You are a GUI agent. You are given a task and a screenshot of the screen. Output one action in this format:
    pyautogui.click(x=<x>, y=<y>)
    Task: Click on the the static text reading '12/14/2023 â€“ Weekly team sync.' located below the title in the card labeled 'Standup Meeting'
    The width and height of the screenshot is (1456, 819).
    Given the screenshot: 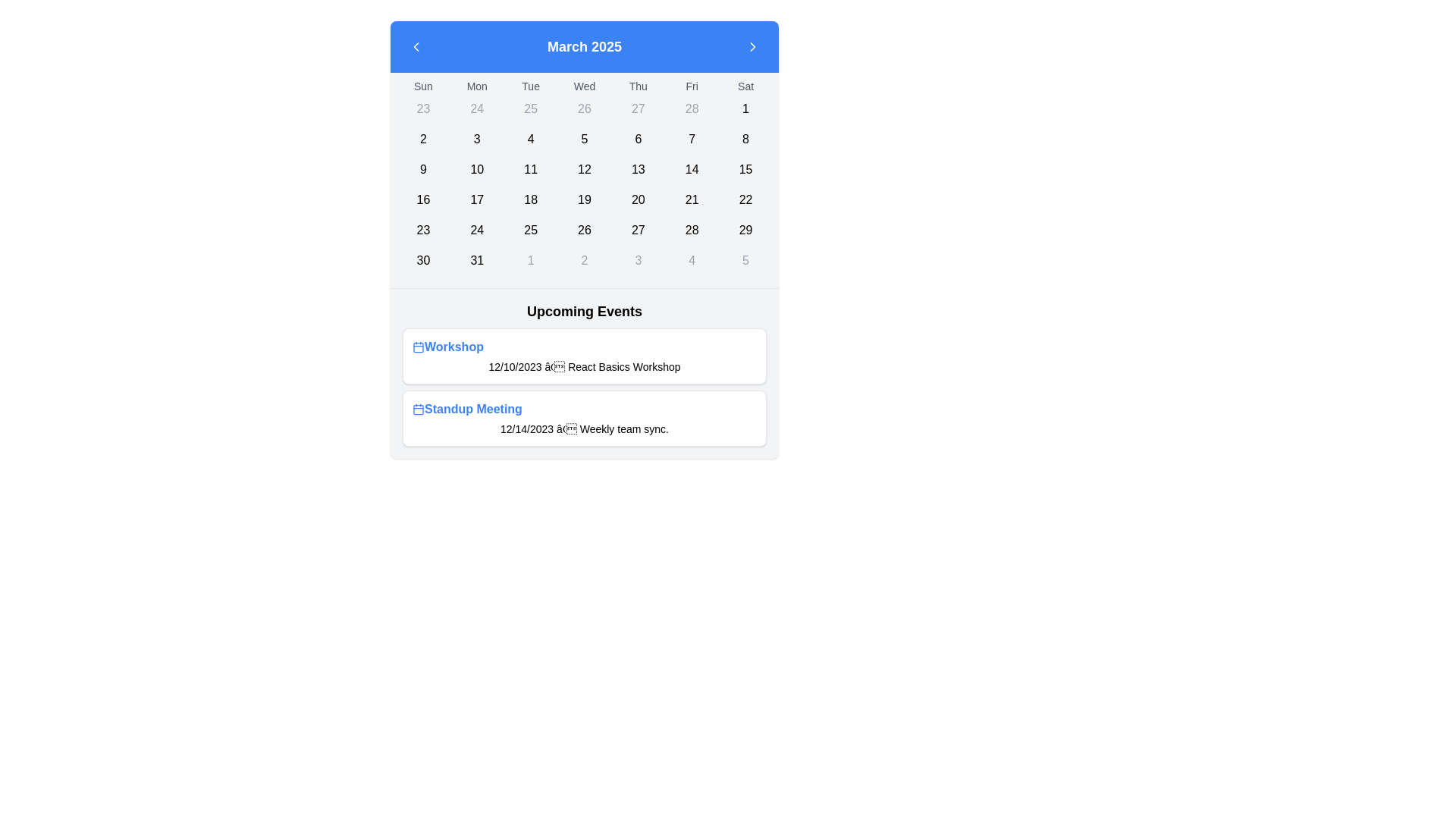 What is the action you would take?
    pyautogui.click(x=584, y=429)
    